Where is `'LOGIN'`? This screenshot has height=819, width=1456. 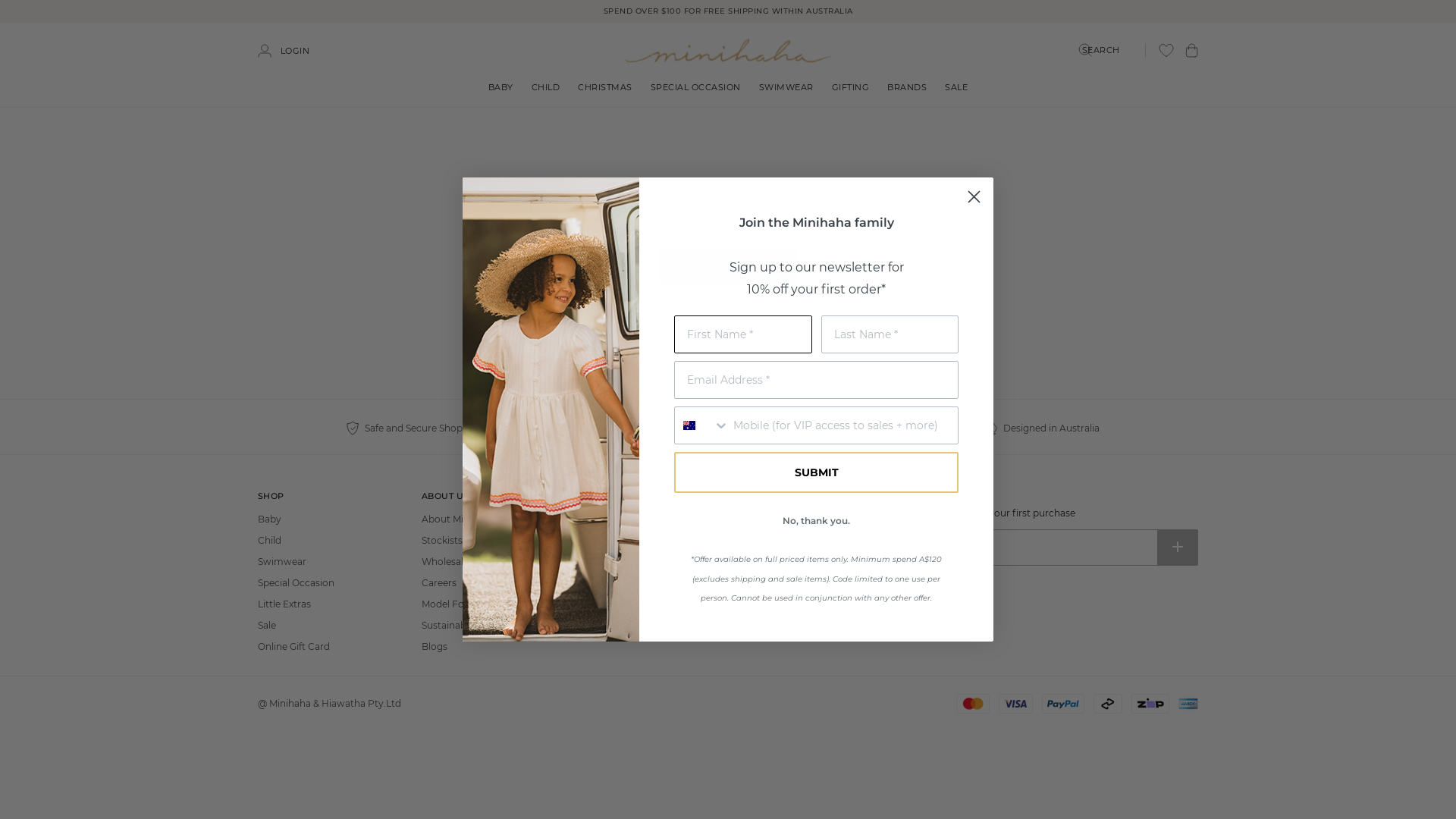 'LOGIN' is located at coordinates (258, 49).